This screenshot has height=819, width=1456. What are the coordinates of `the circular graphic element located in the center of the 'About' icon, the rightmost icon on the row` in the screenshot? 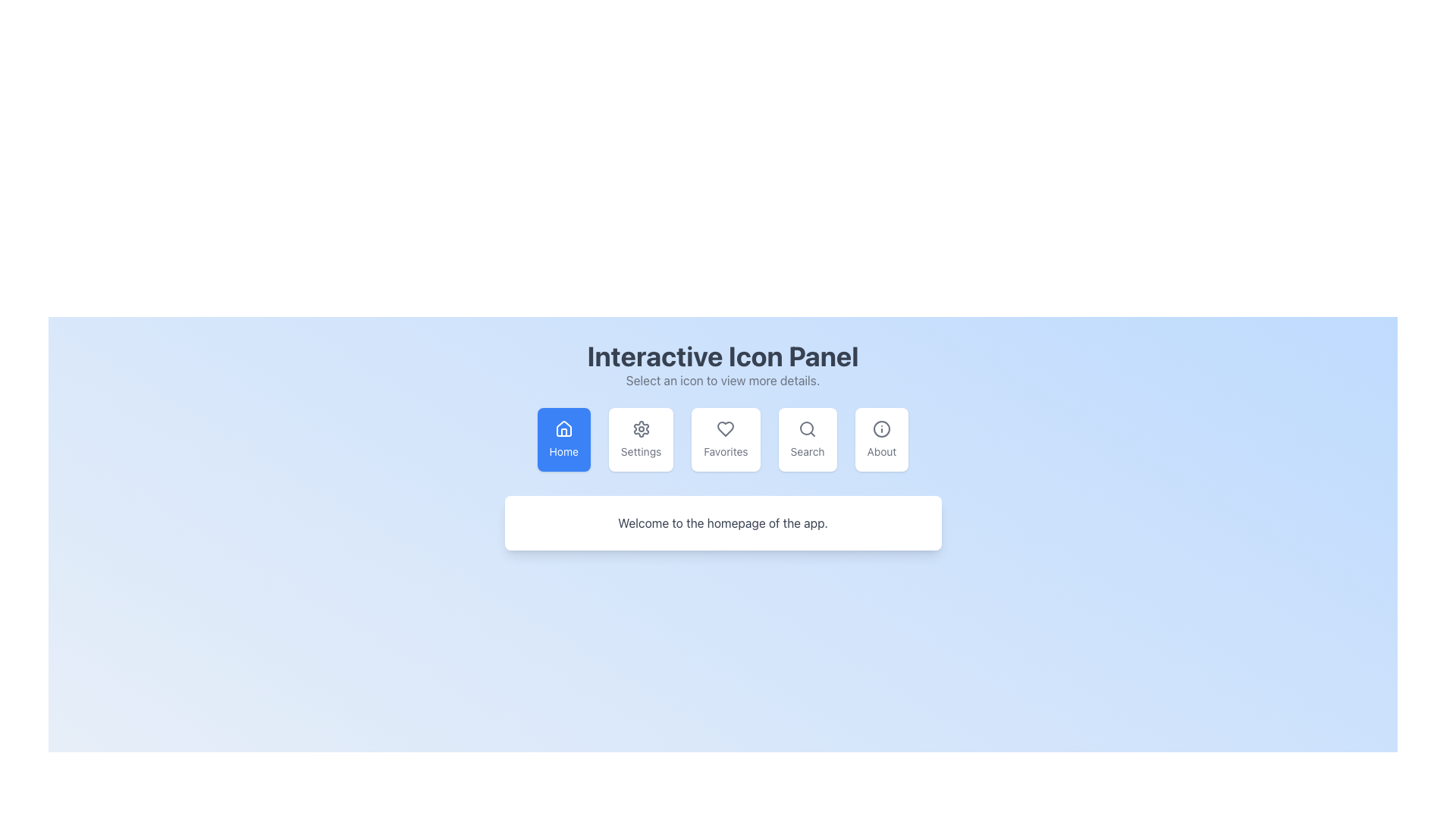 It's located at (881, 429).